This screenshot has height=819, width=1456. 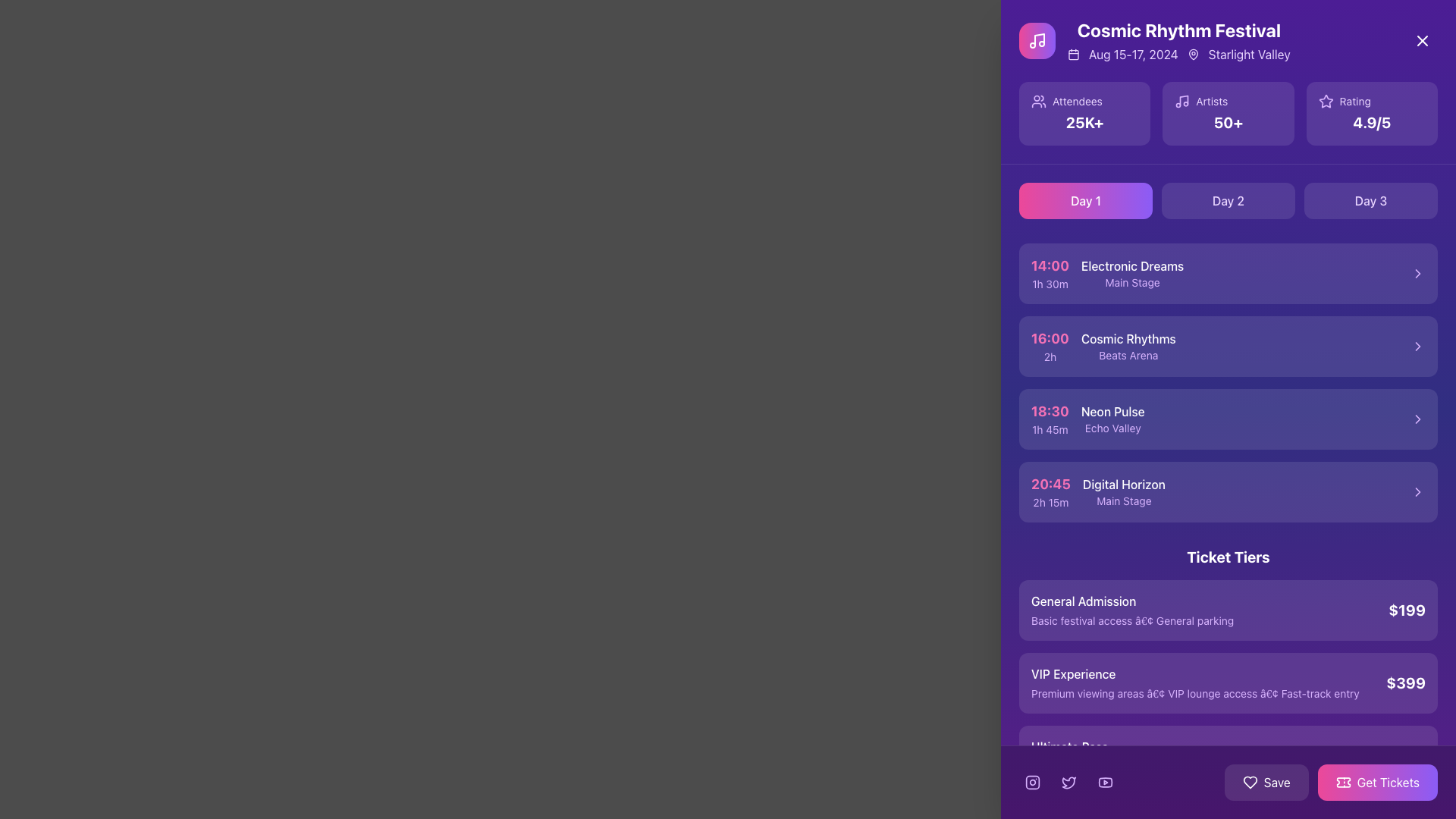 What do you see at coordinates (1128, 346) in the screenshot?
I see `the event listing for 'Cosmic Rhythms' located in the second event slot of the festival schedule for 'Day 1'` at bounding box center [1128, 346].